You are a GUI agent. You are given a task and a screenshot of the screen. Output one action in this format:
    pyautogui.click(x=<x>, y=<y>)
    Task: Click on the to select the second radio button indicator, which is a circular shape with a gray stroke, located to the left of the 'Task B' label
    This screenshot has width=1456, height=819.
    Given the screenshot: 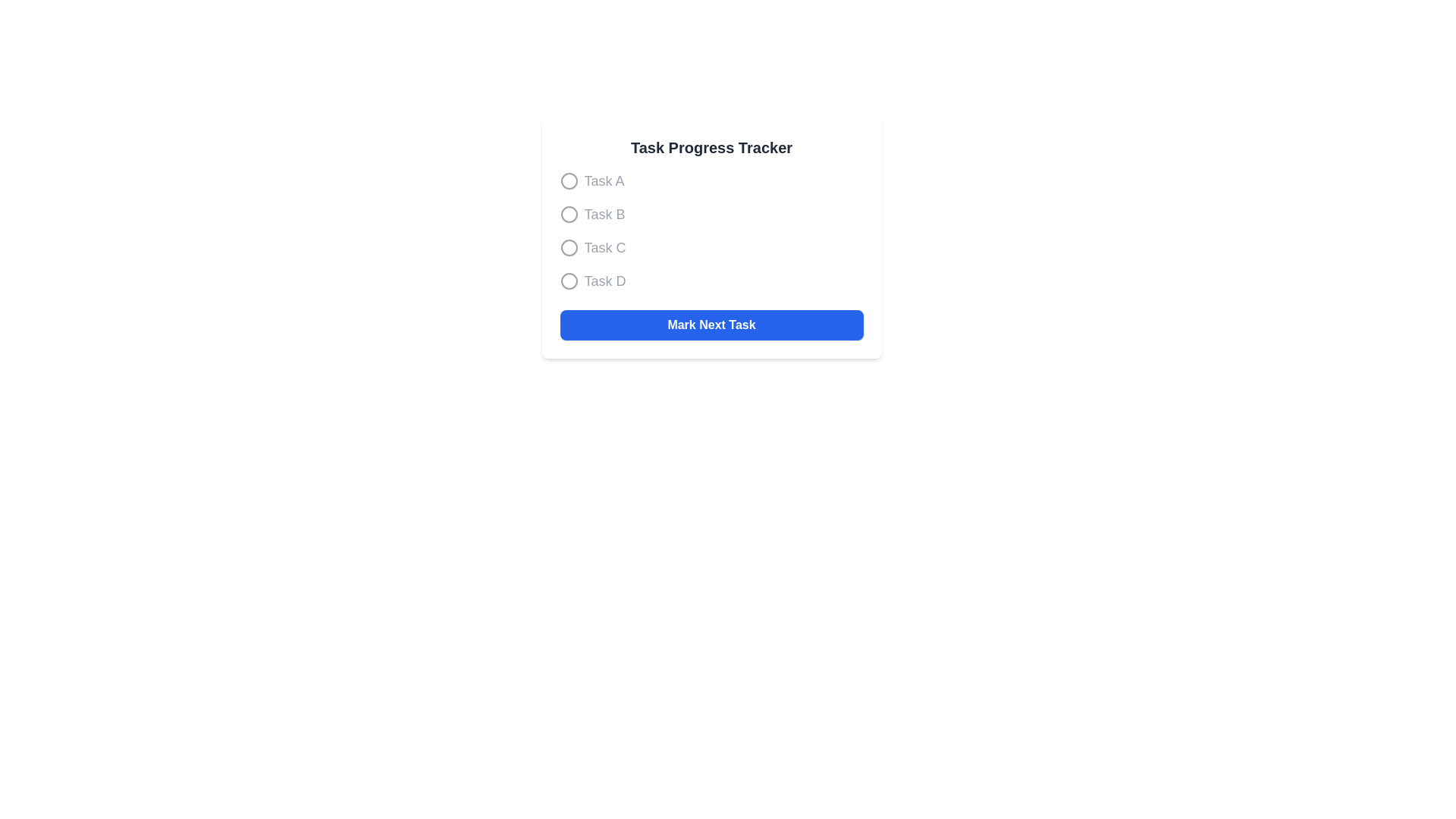 What is the action you would take?
    pyautogui.click(x=568, y=214)
    